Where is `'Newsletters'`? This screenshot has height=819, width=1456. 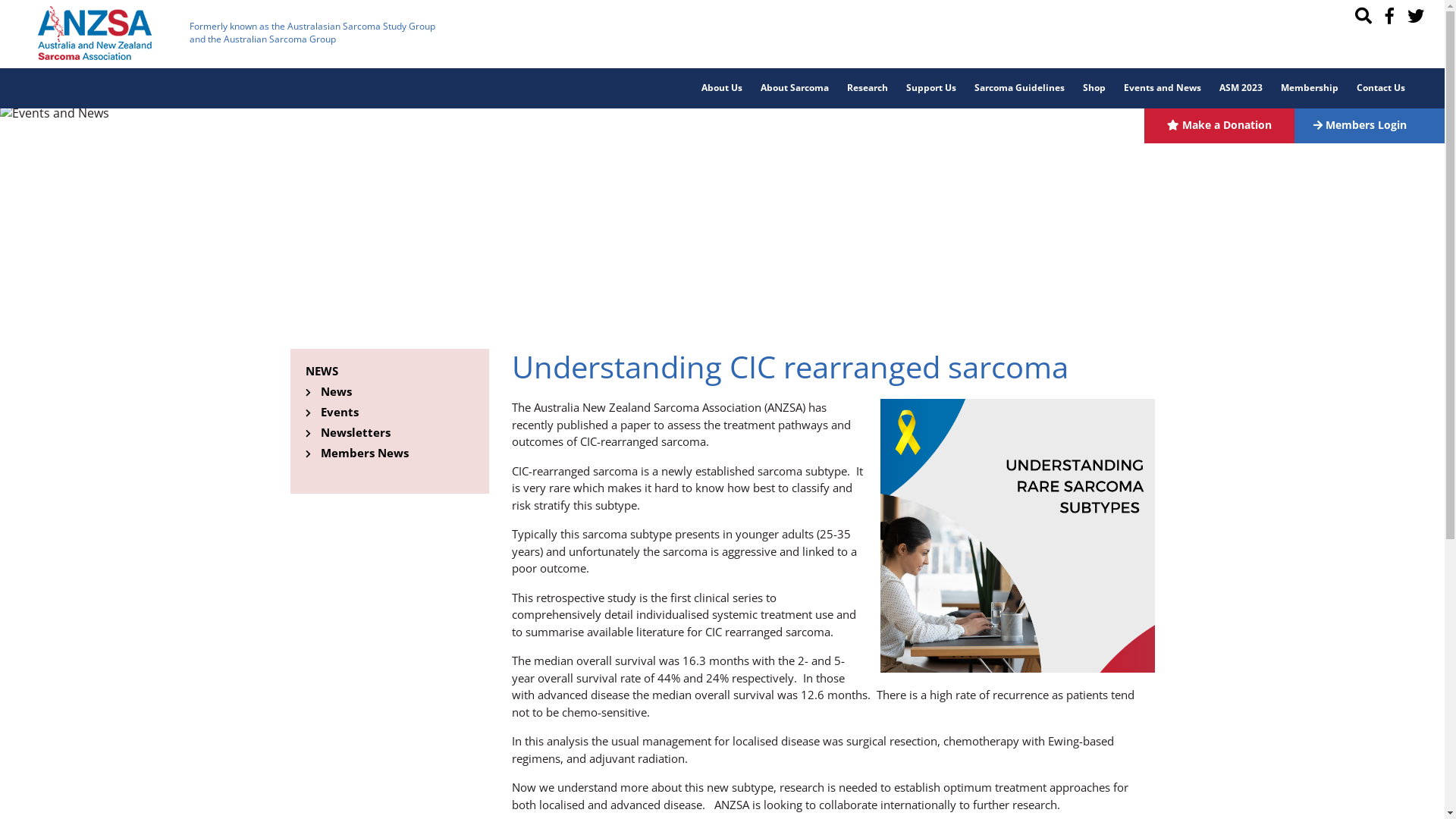
'Newsletters' is located at coordinates (353, 432).